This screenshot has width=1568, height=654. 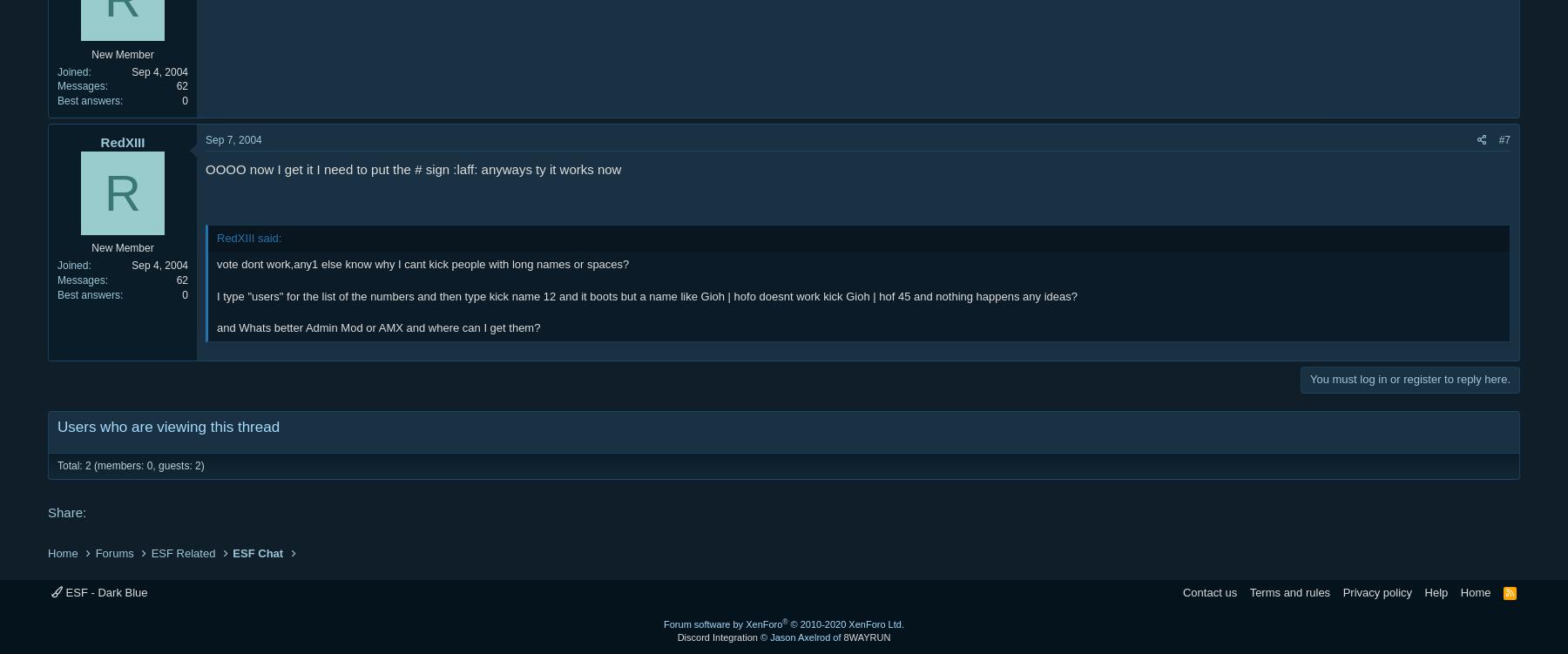 I want to click on '© 2010-2020 XenForo Ltd.', so click(x=789, y=623).